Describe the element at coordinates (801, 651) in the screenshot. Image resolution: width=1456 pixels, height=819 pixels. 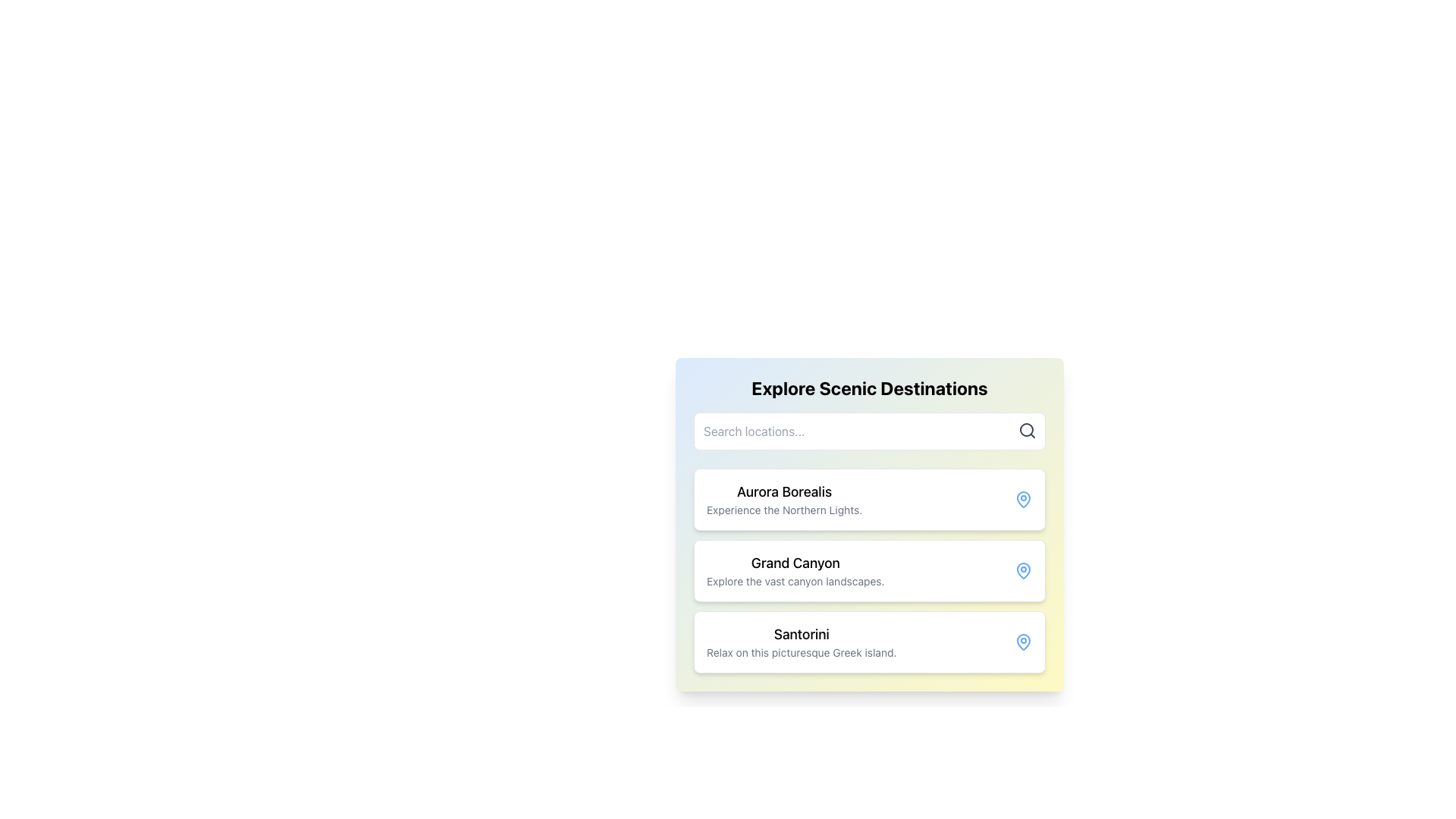
I see `the static text reading 'Relax on this picturesque Greek island.' located below the 'Santorini' header in the third item of the 'Explore Scenic Destinations' list` at that location.